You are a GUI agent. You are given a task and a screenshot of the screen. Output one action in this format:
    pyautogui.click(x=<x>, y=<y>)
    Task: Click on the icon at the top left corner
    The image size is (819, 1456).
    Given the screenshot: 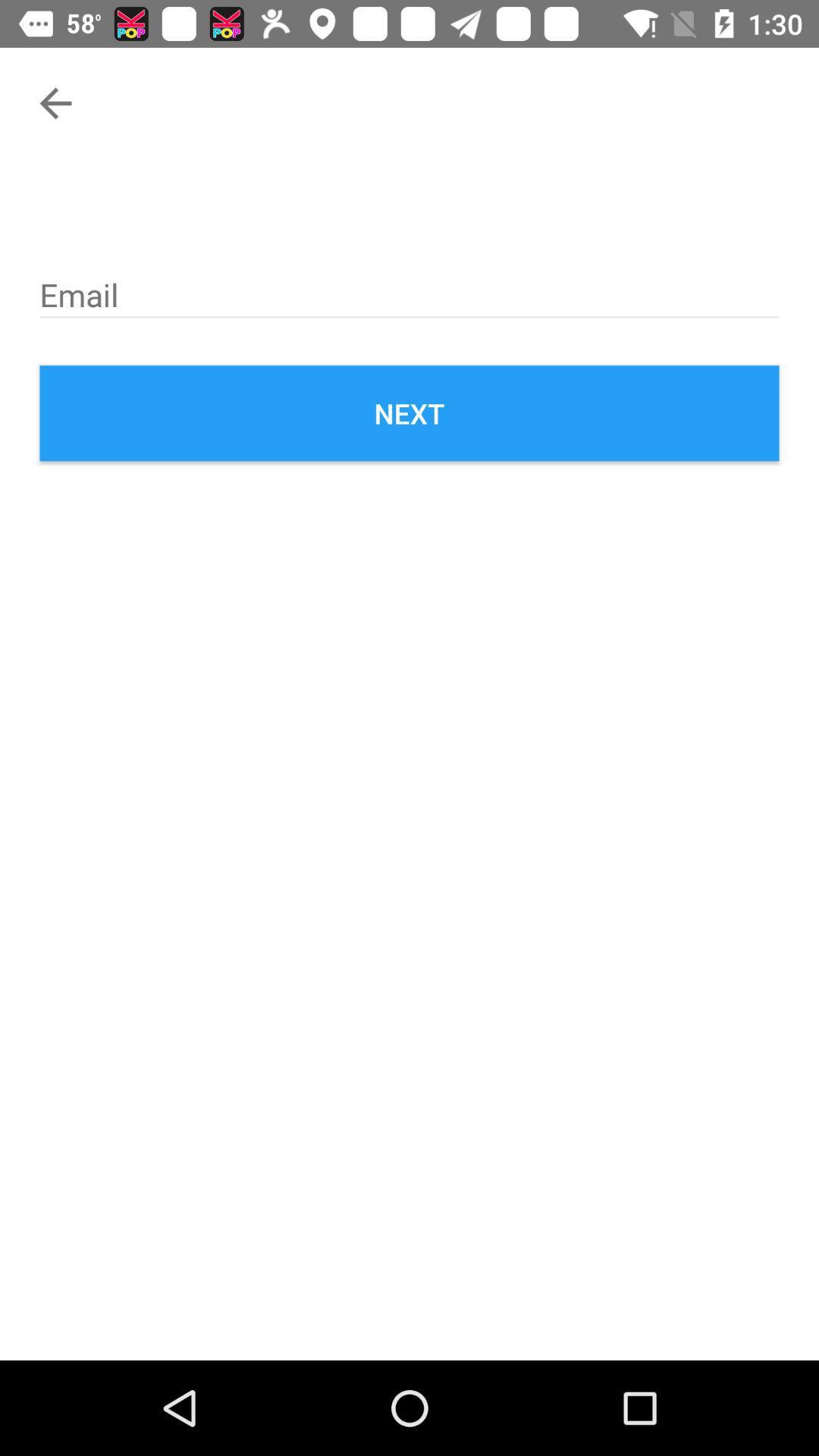 What is the action you would take?
    pyautogui.click(x=55, y=102)
    